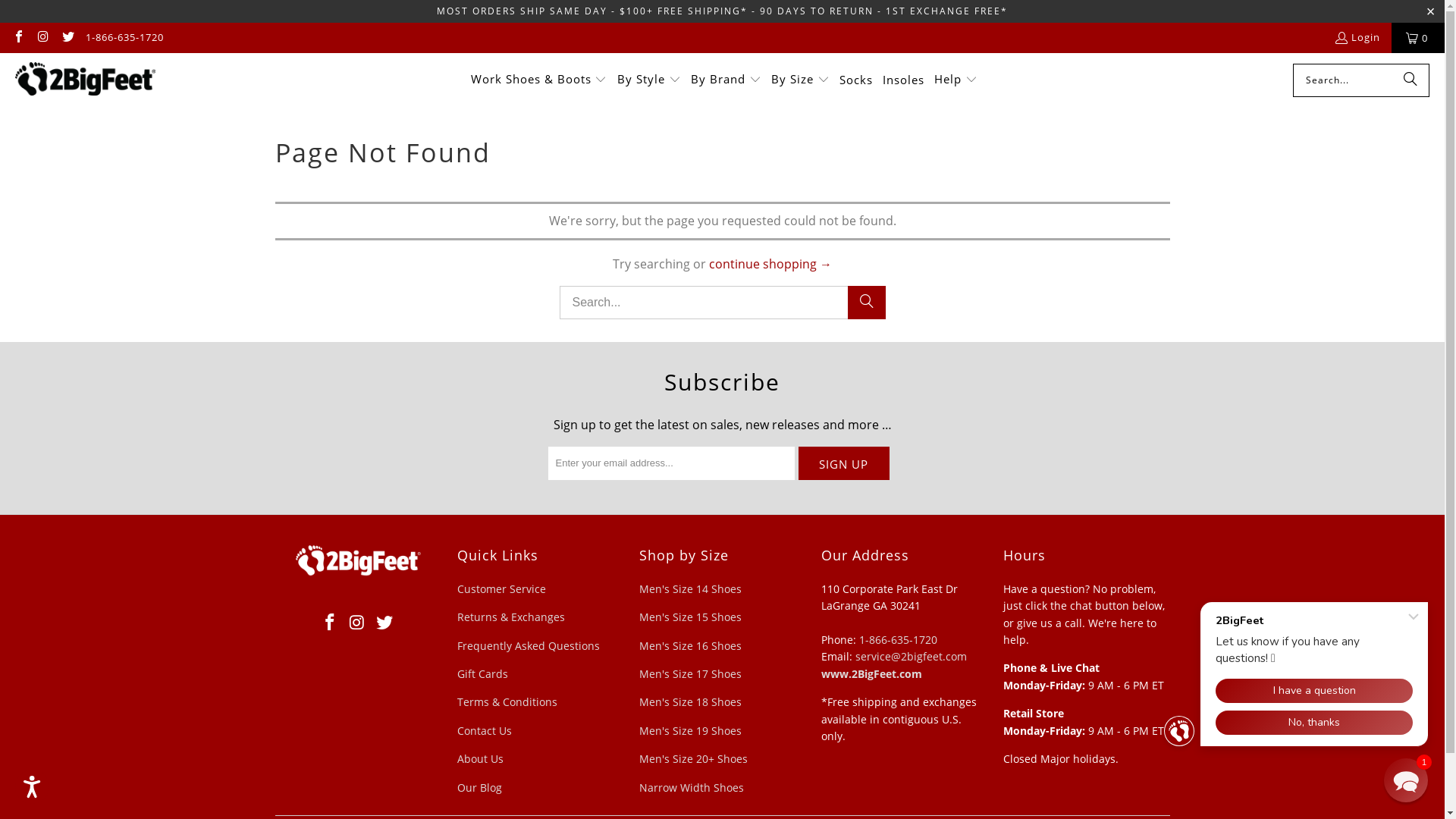  Describe the element at coordinates (84, 80) in the screenshot. I see `'2BigFeet'` at that location.